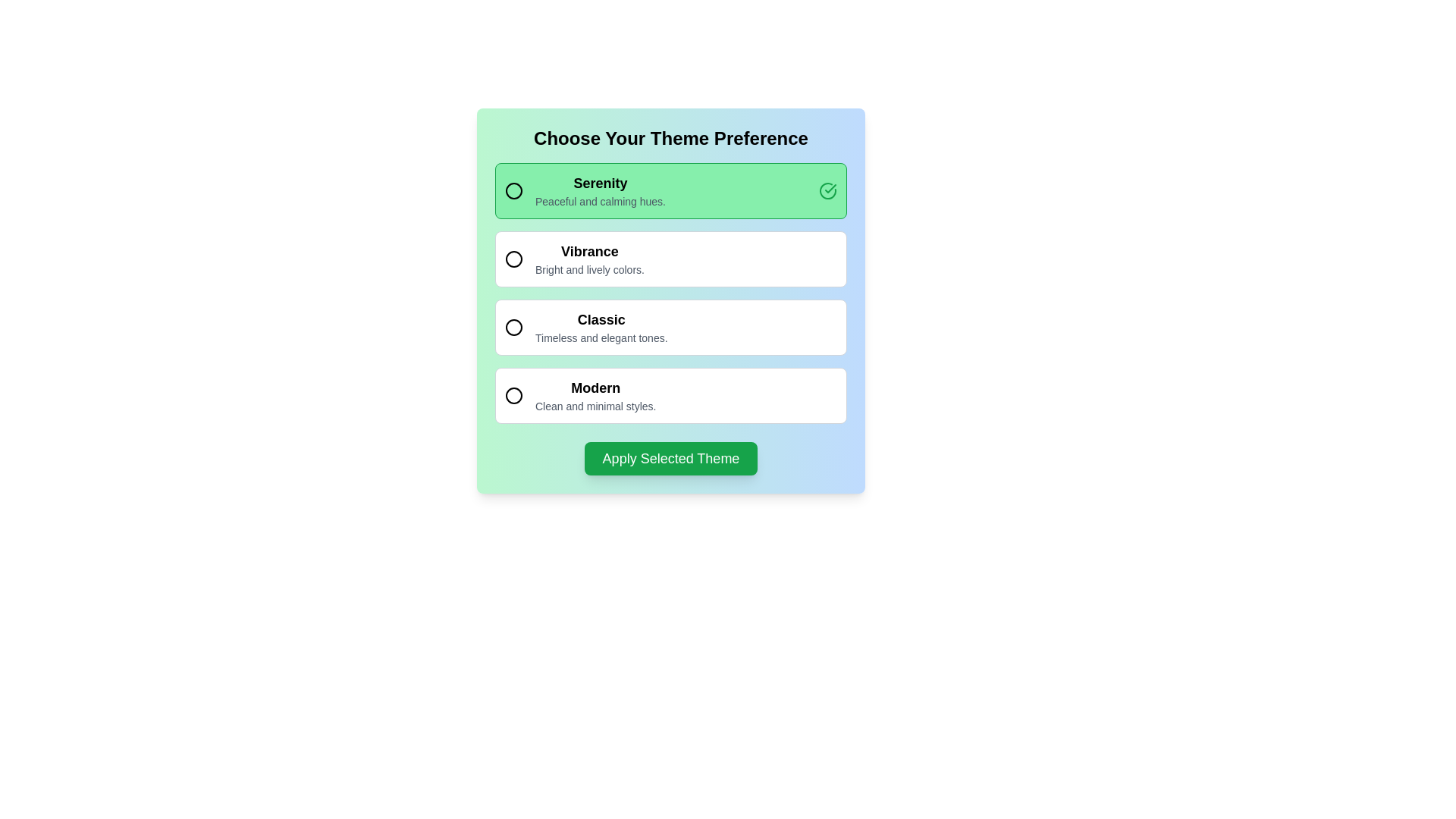 This screenshot has width=1456, height=819. I want to click on the text element displaying 'Modern' in bold, larger font size, so click(595, 388).